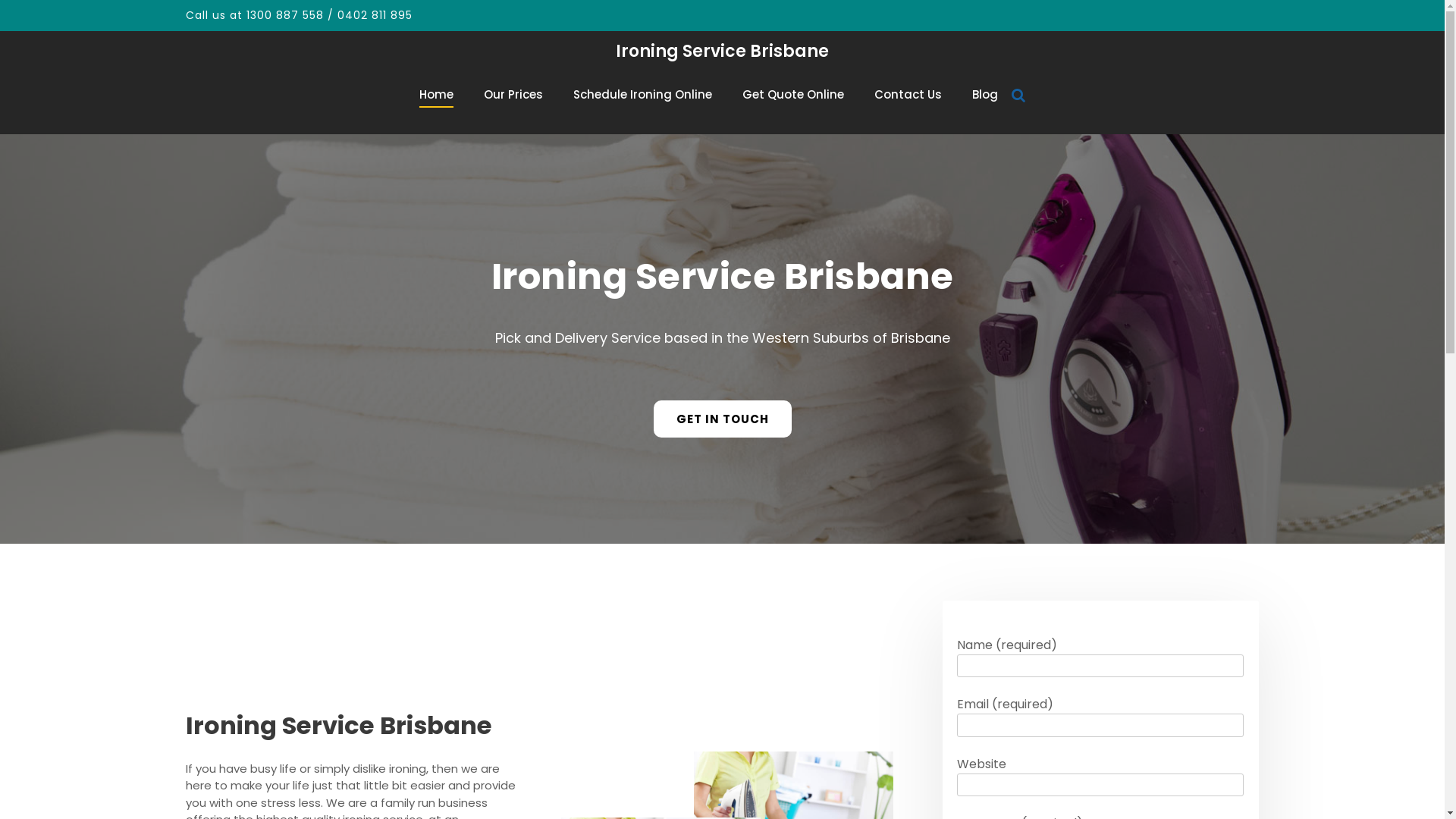 This screenshot has width=1456, height=819. I want to click on 'Our Prices', so click(483, 94).